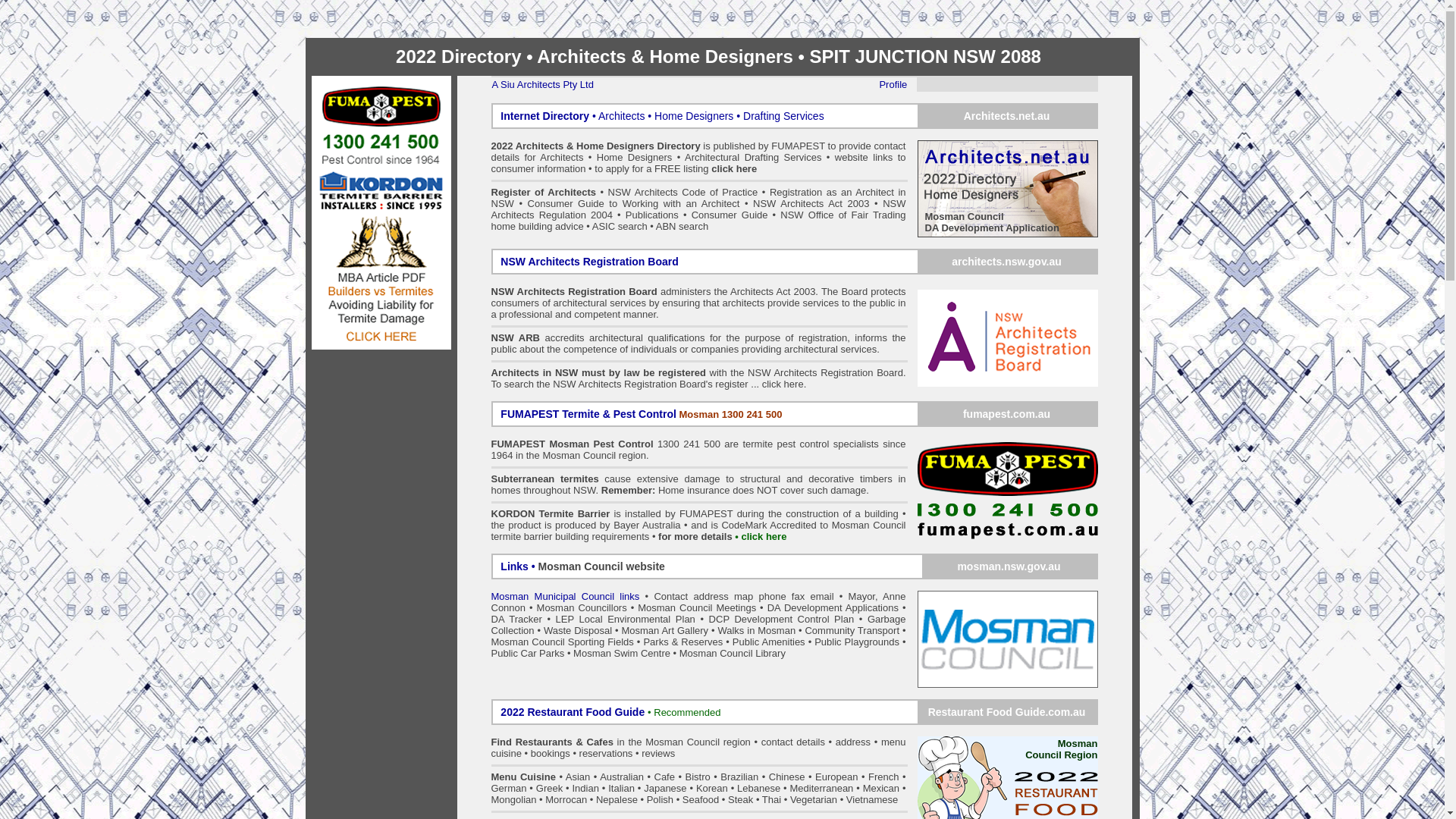 This screenshot has width=1456, height=819. Describe the element at coordinates (753, 202) in the screenshot. I see `'NSW Architects Act 2003'` at that location.